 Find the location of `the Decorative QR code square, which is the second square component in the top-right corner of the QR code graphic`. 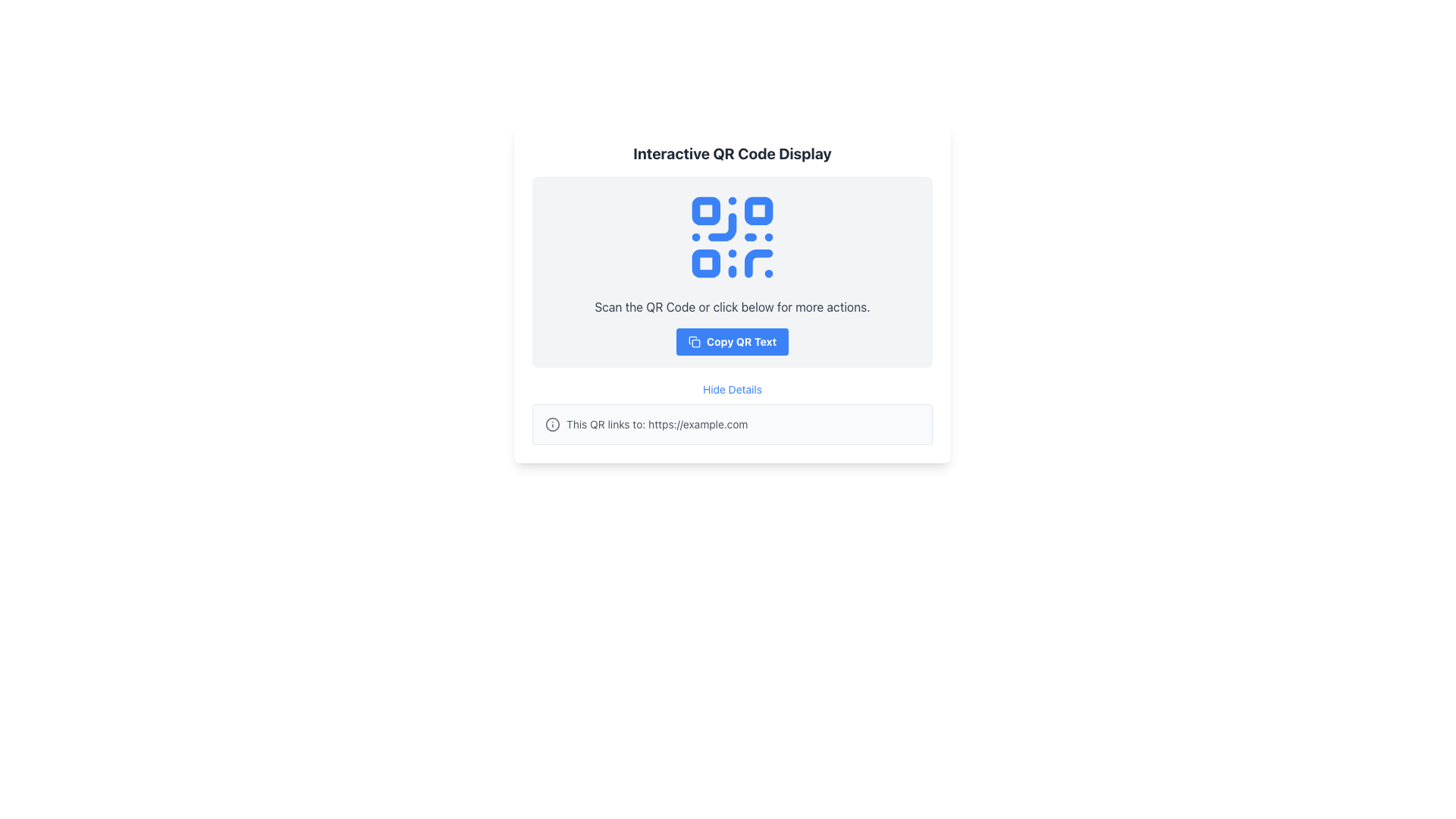

the Decorative QR code square, which is the second square component in the top-right corner of the QR code graphic is located at coordinates (758, 211).